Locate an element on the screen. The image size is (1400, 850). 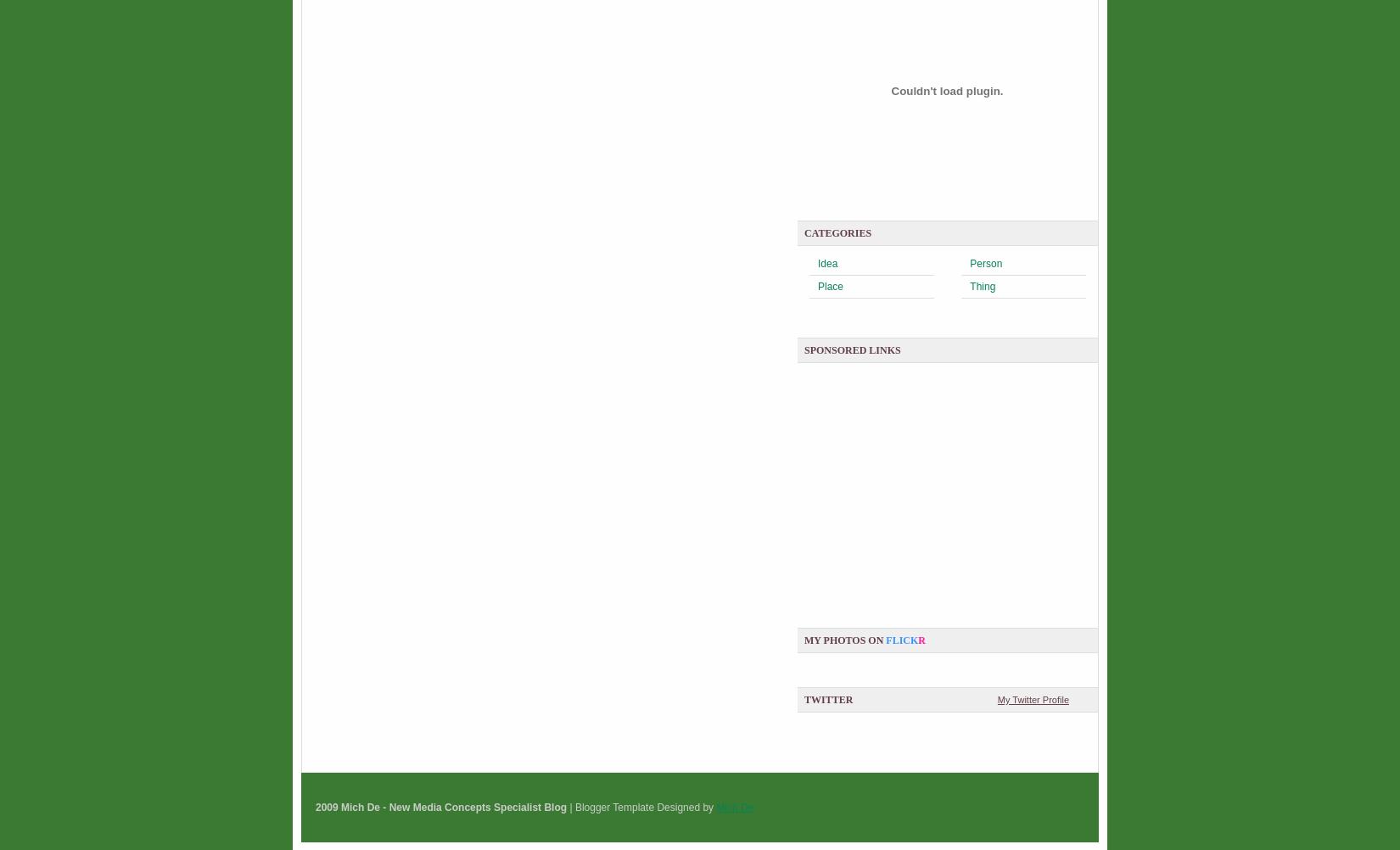
'flick' is located at coordinates (901, 640).